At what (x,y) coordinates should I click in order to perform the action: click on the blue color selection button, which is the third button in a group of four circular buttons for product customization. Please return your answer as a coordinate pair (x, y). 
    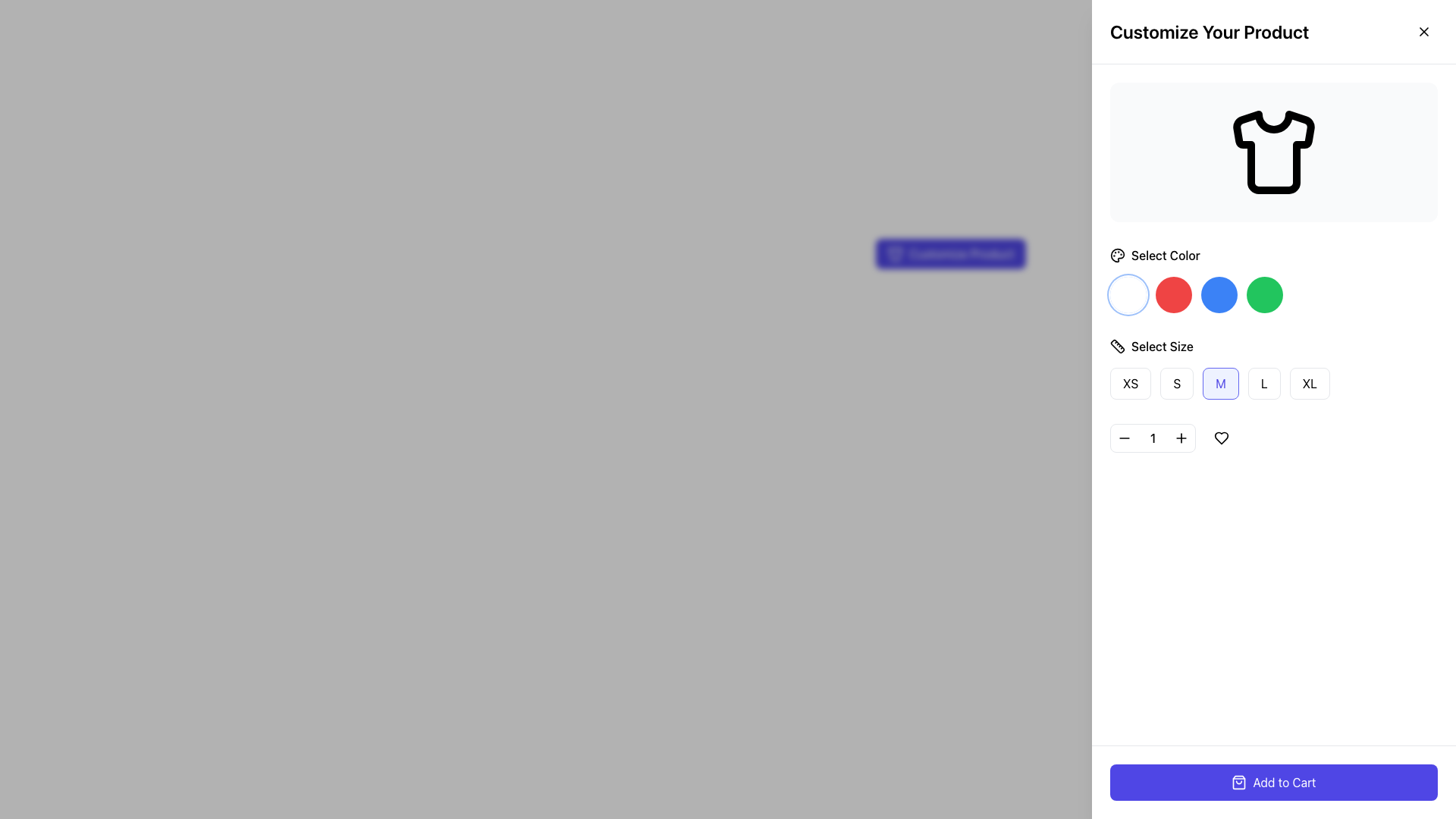
    Looking at the image, I should click on (1219, 295).